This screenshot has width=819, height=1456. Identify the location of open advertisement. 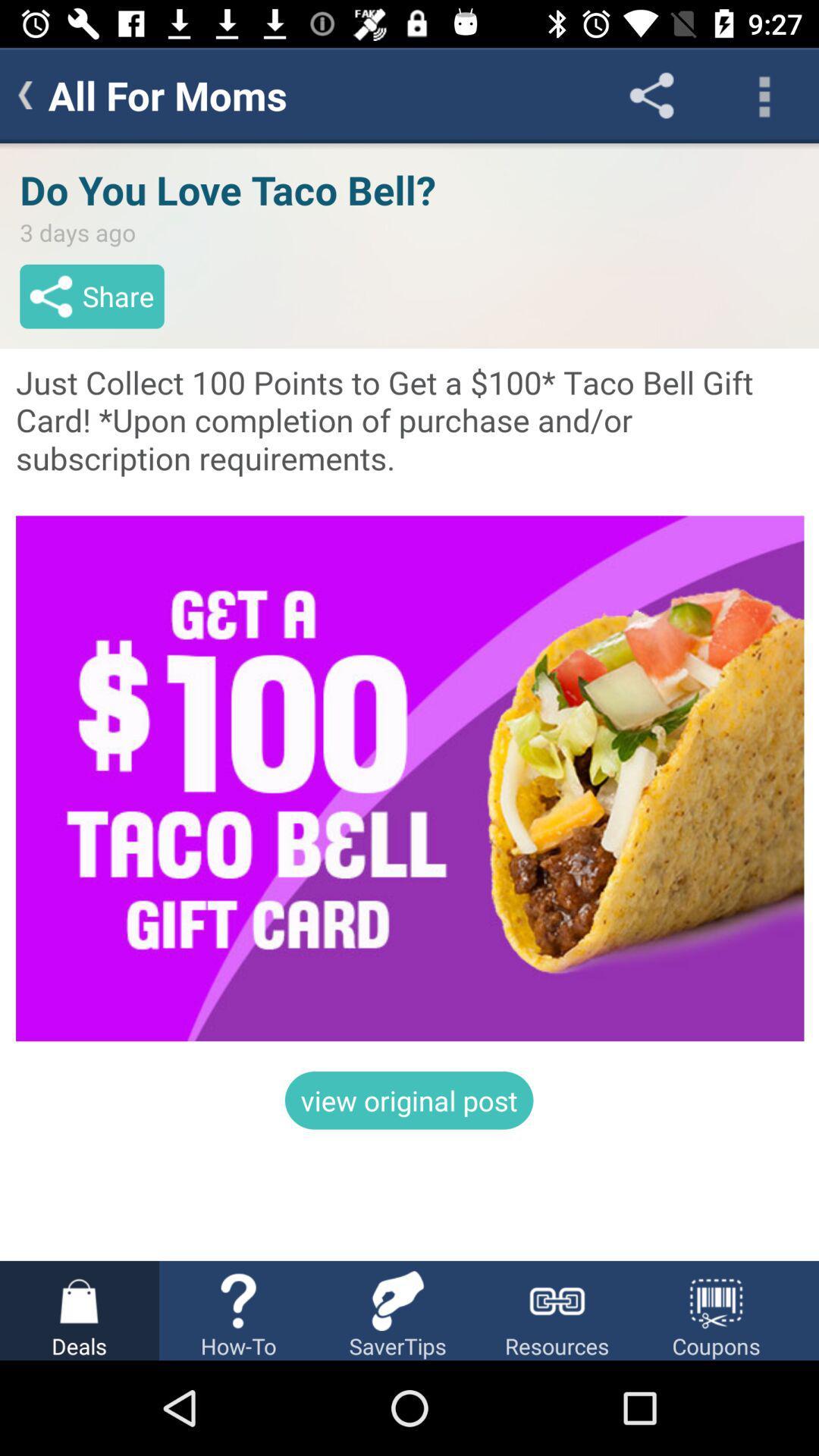
(409, 701).